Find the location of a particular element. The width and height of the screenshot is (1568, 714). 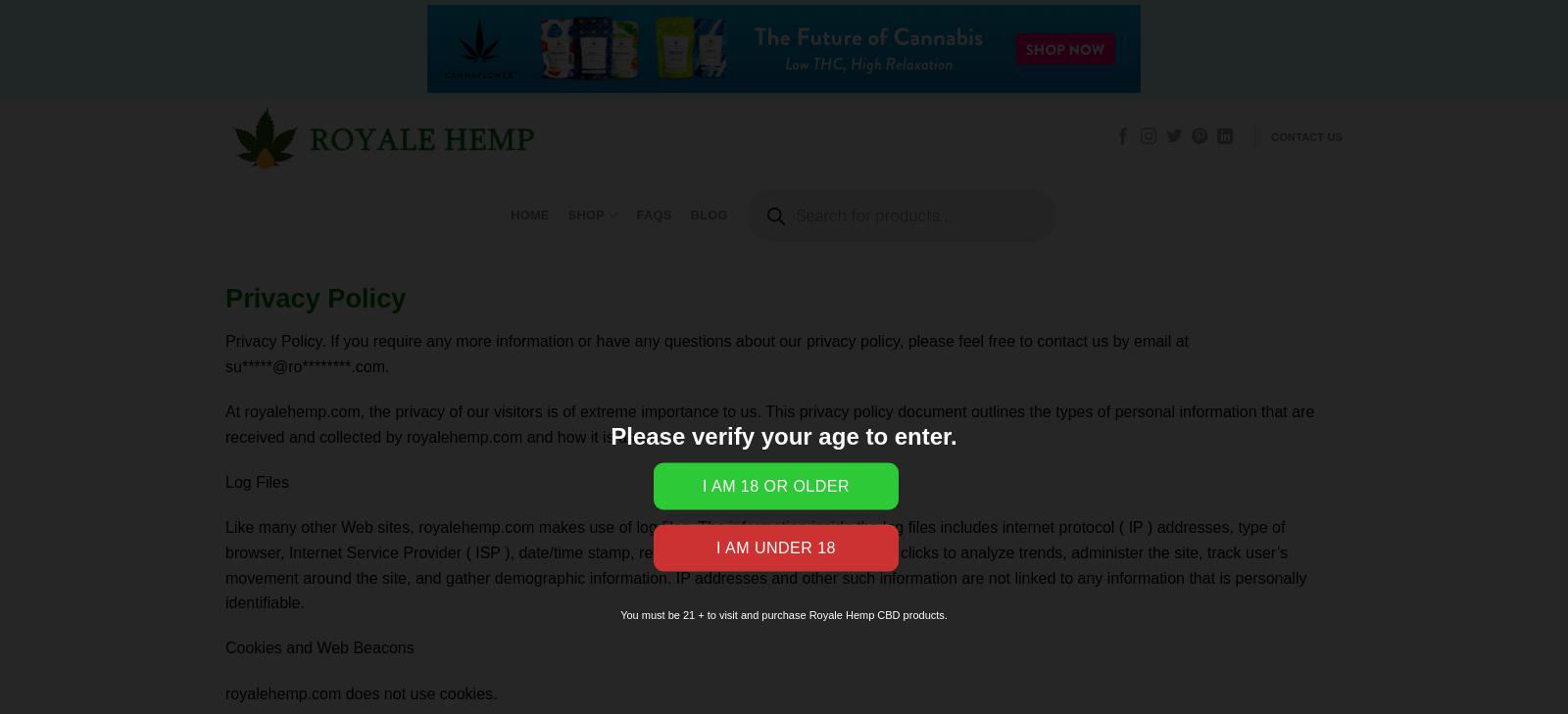

'Privacy Policy' is located at coordinates (224, 297).